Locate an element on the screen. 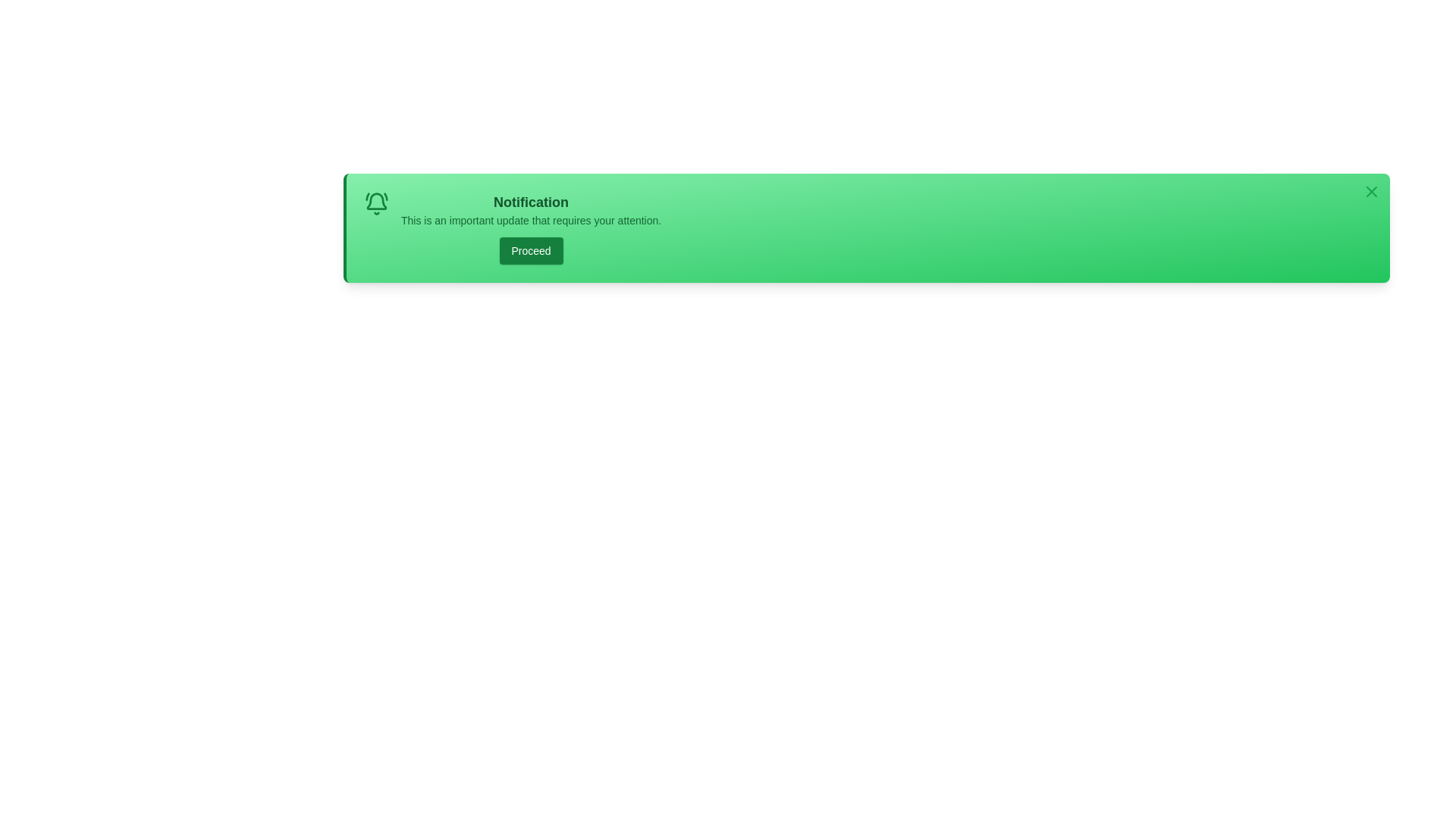 This screenshot has height=819, width=1456. the bell icon to test its accessibility is located at coordinates (377, 203).